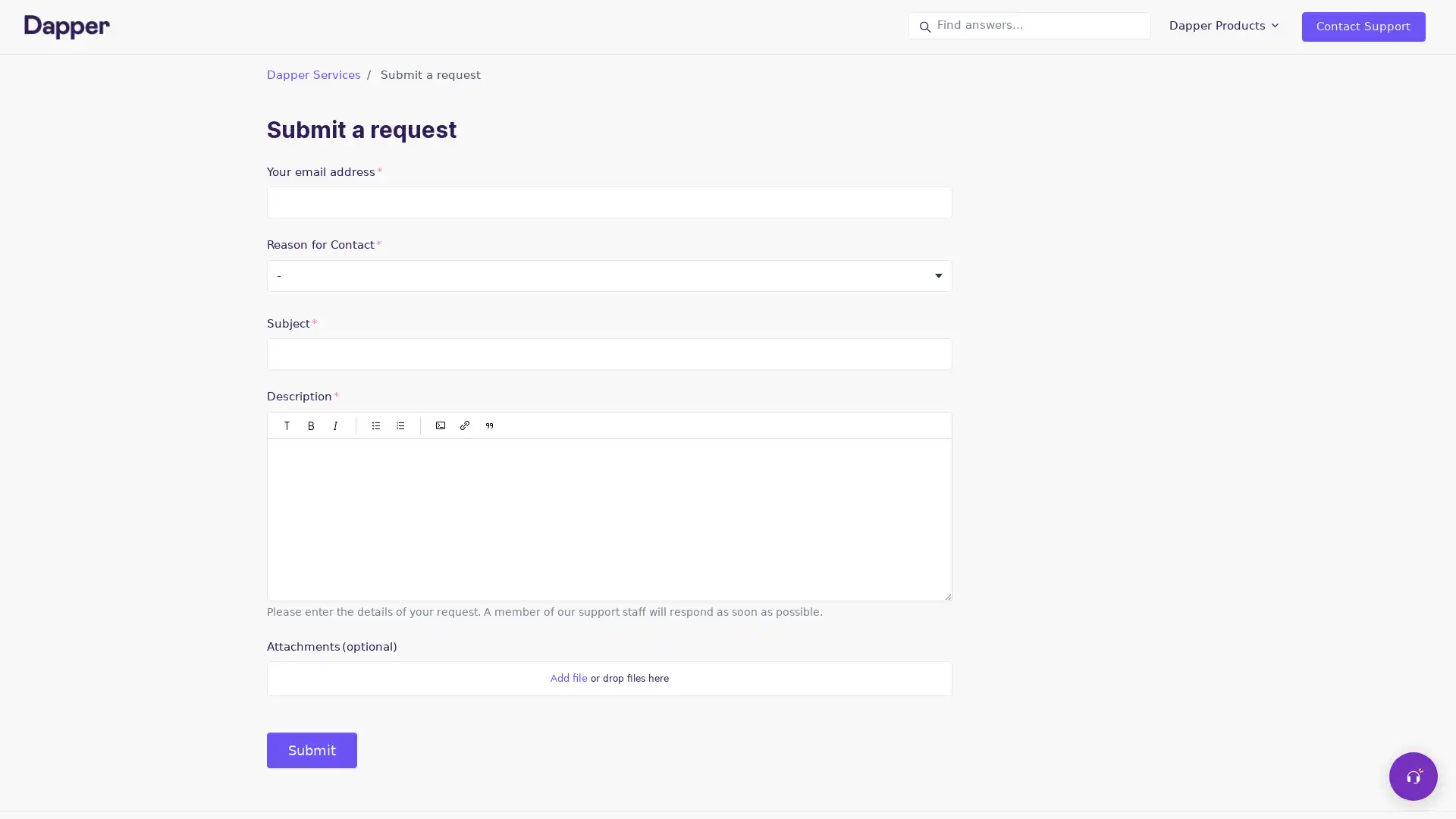 This screenshot has width=1456, height=819. I want to click on Submit, so click(311, 749).